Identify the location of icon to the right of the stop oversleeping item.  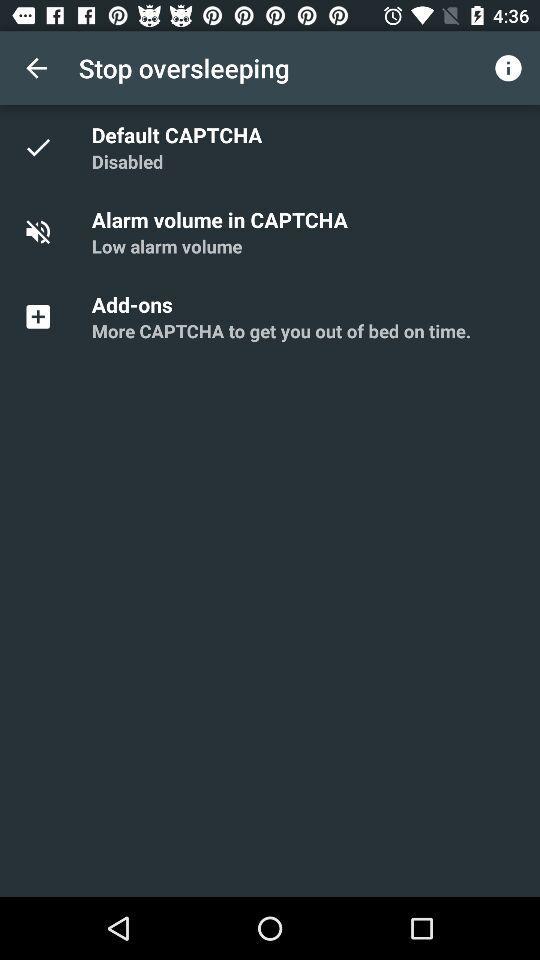
(508, 68).